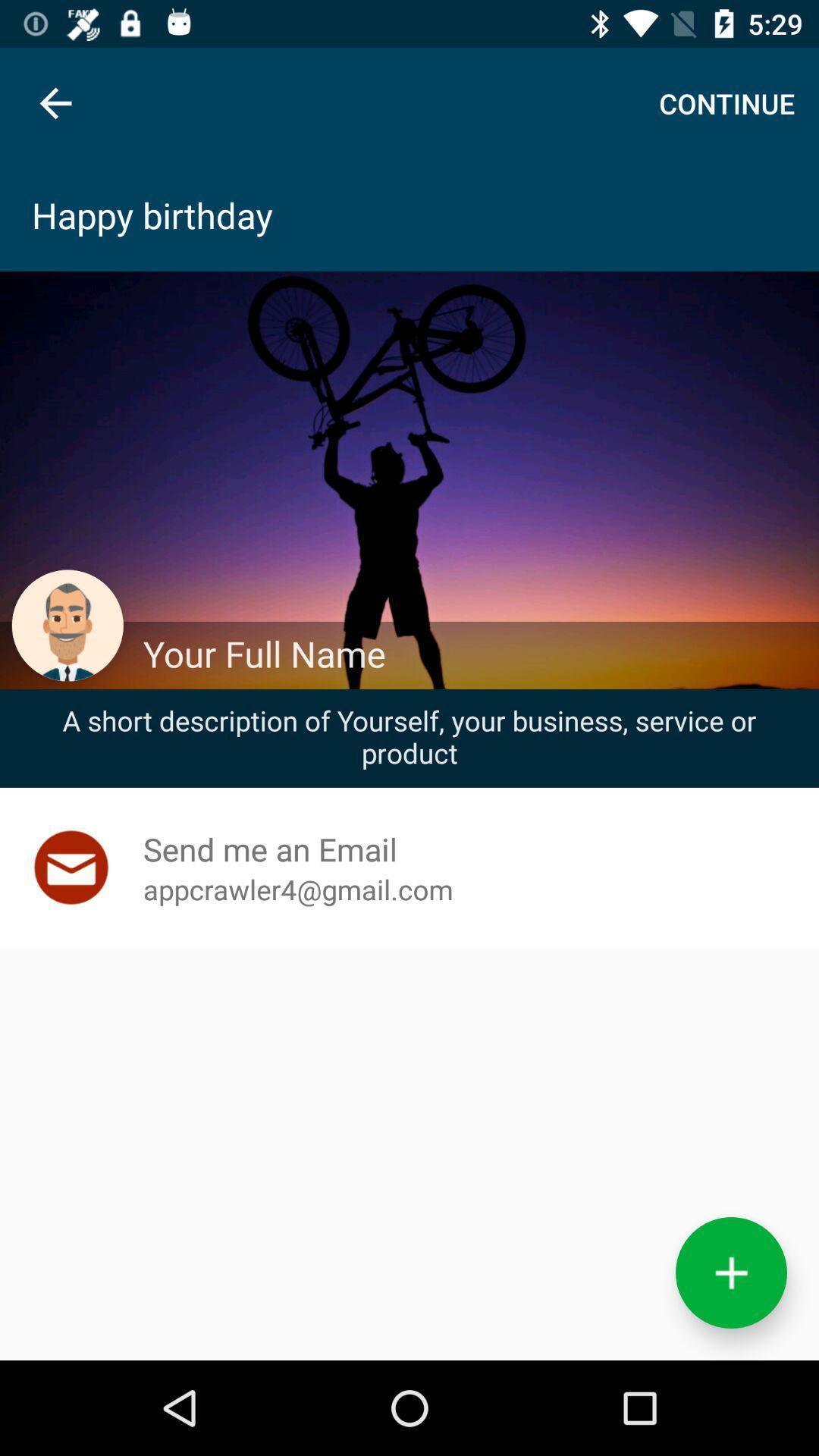  What do you see at coordinates (55, 102) in the screenshot?
I see `item at the top left corner` at bounding box center [55, 102].